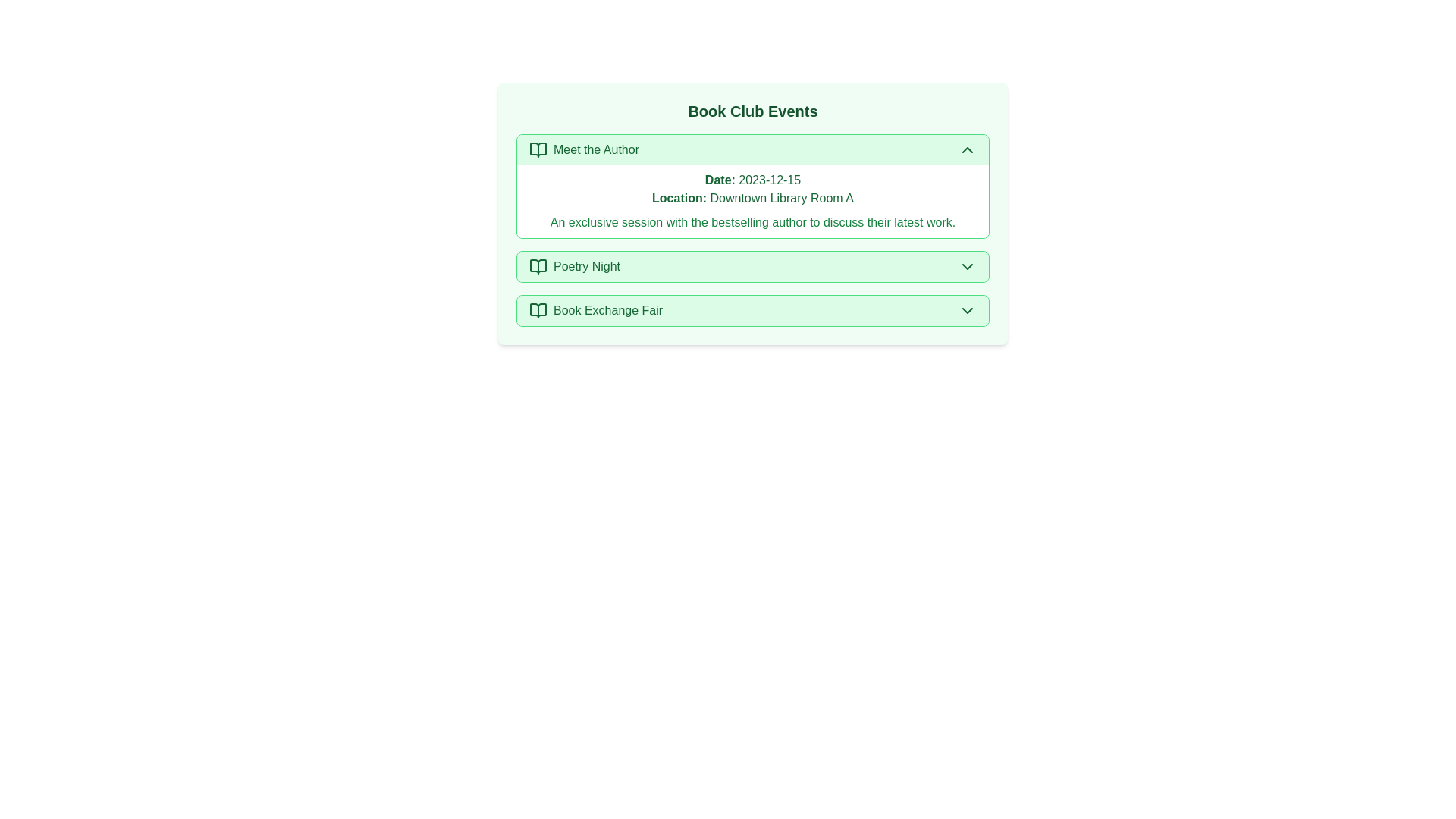  What do you see at coordinates (538, 309) in the screenshot?
I see `the open book icon, which features two rounded shapes for pages and a green vertical spine, located to the left of the text 'Book Exchange Fair'` at bounding box center [538, 309].